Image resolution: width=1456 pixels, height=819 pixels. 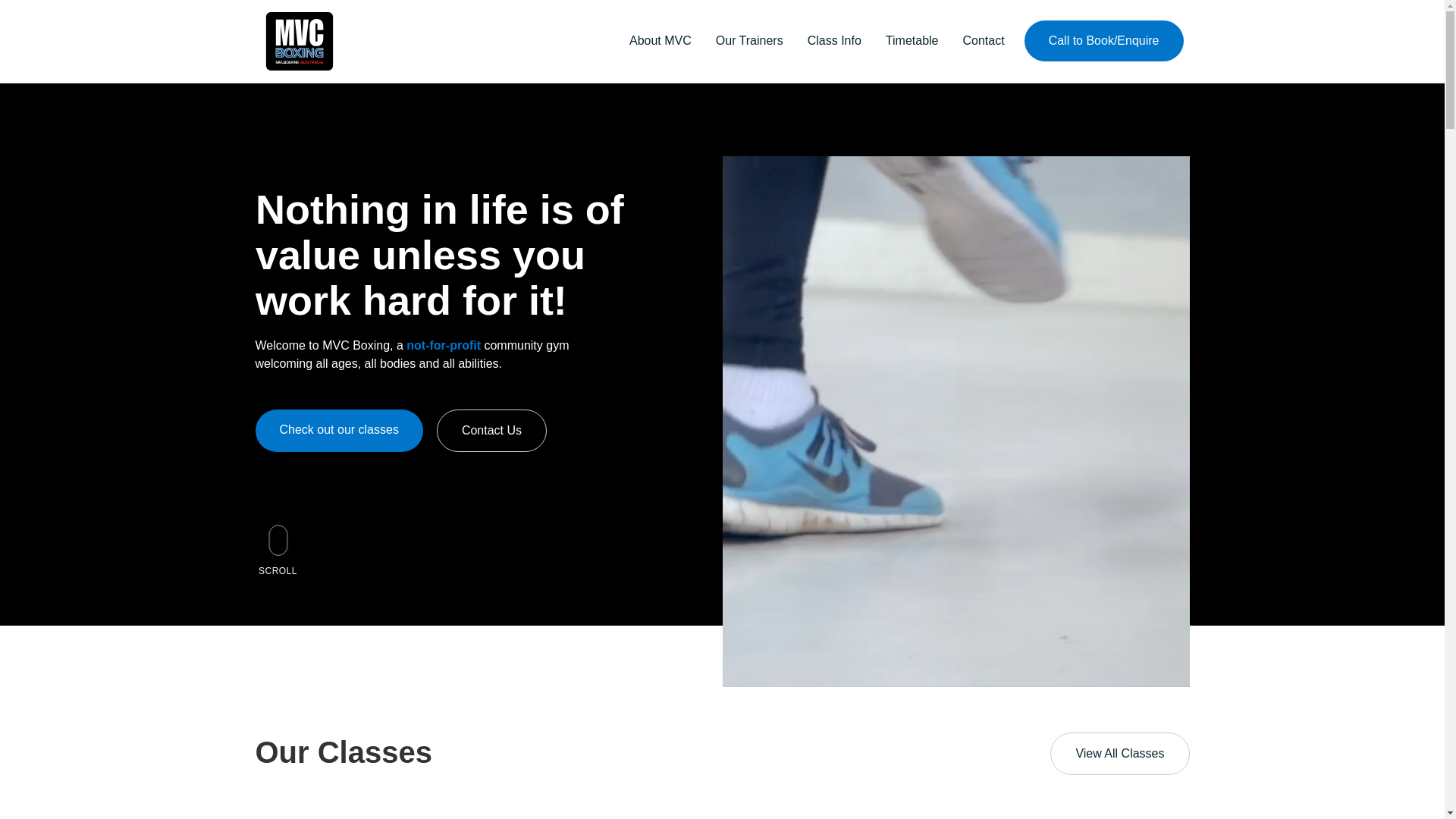 I want to click on 'Call to Book/Enquire', so click(x=1024, y=40).